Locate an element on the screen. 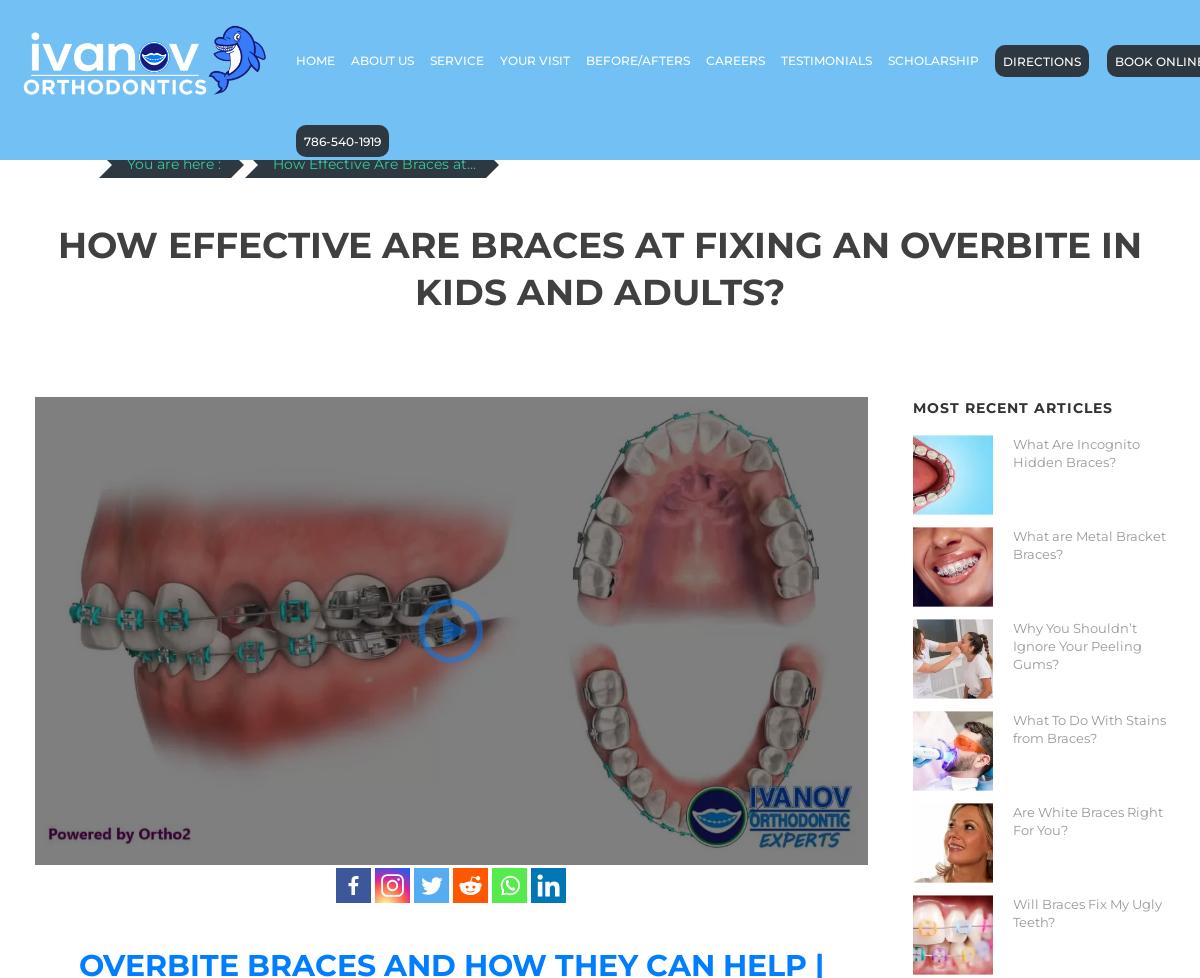 This screenshot has height=978, width=1200. 'Most Recent Articles' is located at coordinates (1011, 406).